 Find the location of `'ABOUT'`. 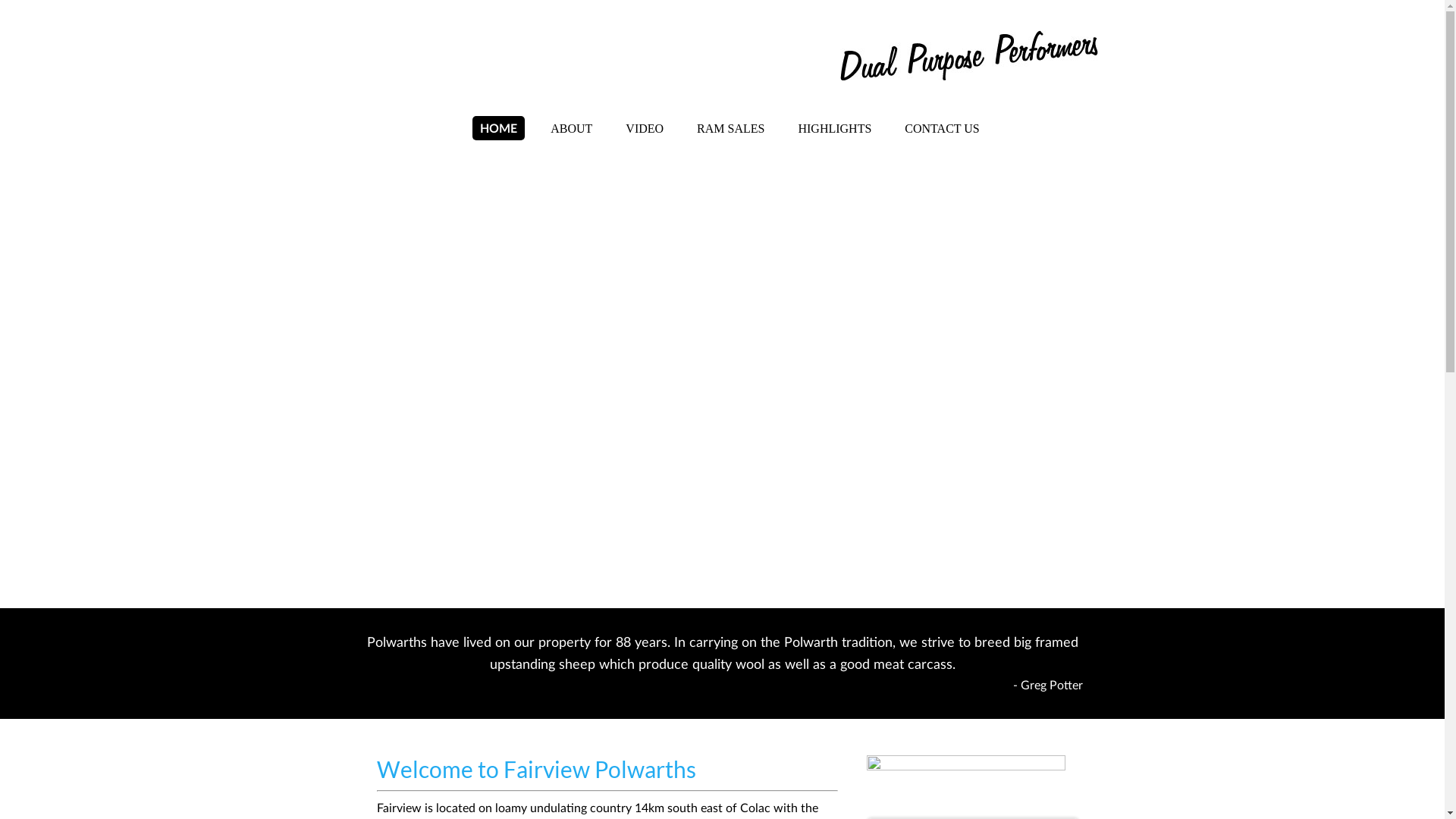

'ABOUT' is located at coordinates (542, 127).